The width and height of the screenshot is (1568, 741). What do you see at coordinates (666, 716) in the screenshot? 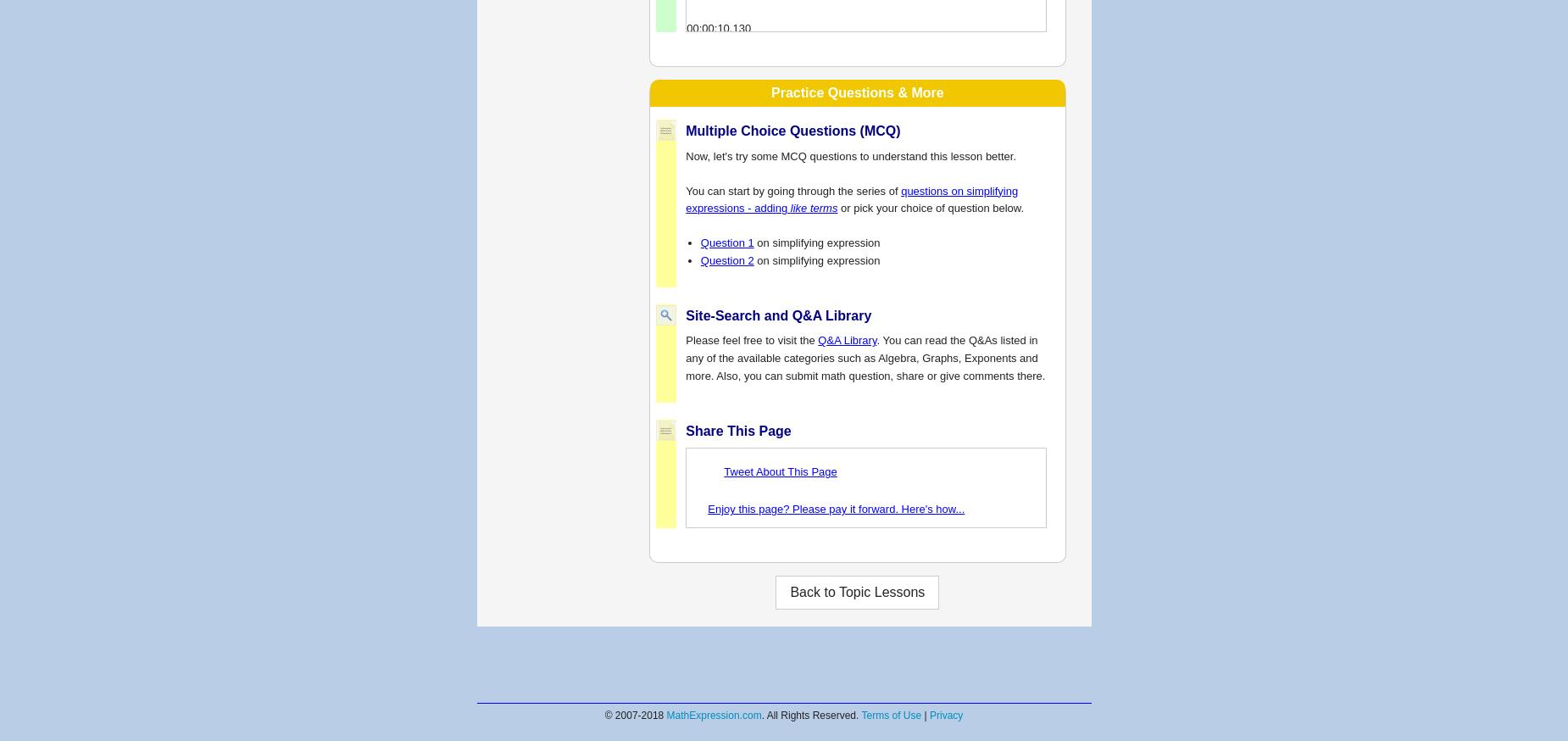
I see `'MathExpression.com'` at bounding box center [666, 716].